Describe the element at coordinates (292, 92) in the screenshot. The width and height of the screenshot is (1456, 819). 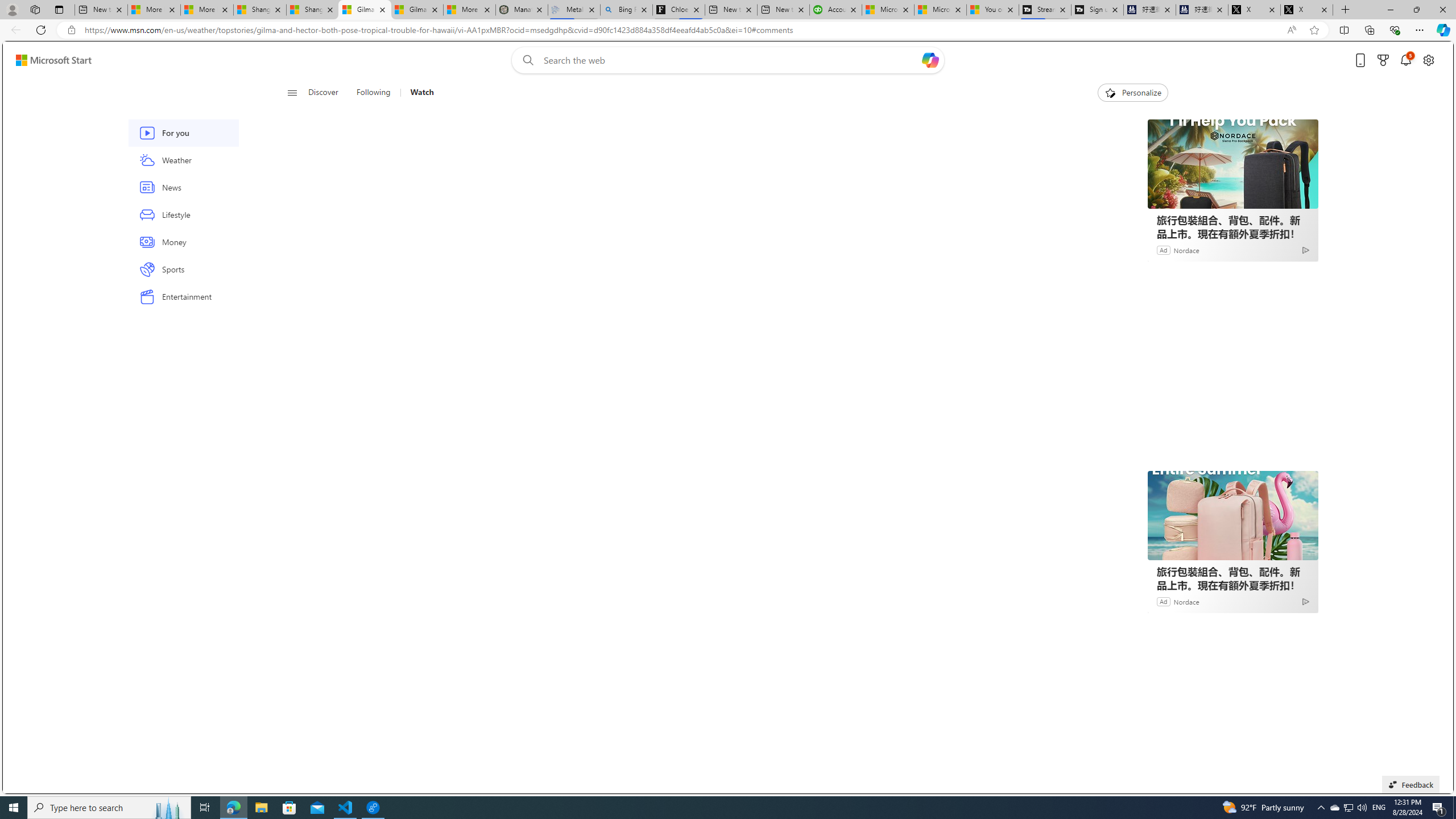
I see `'Open navigation menu'` at that location.